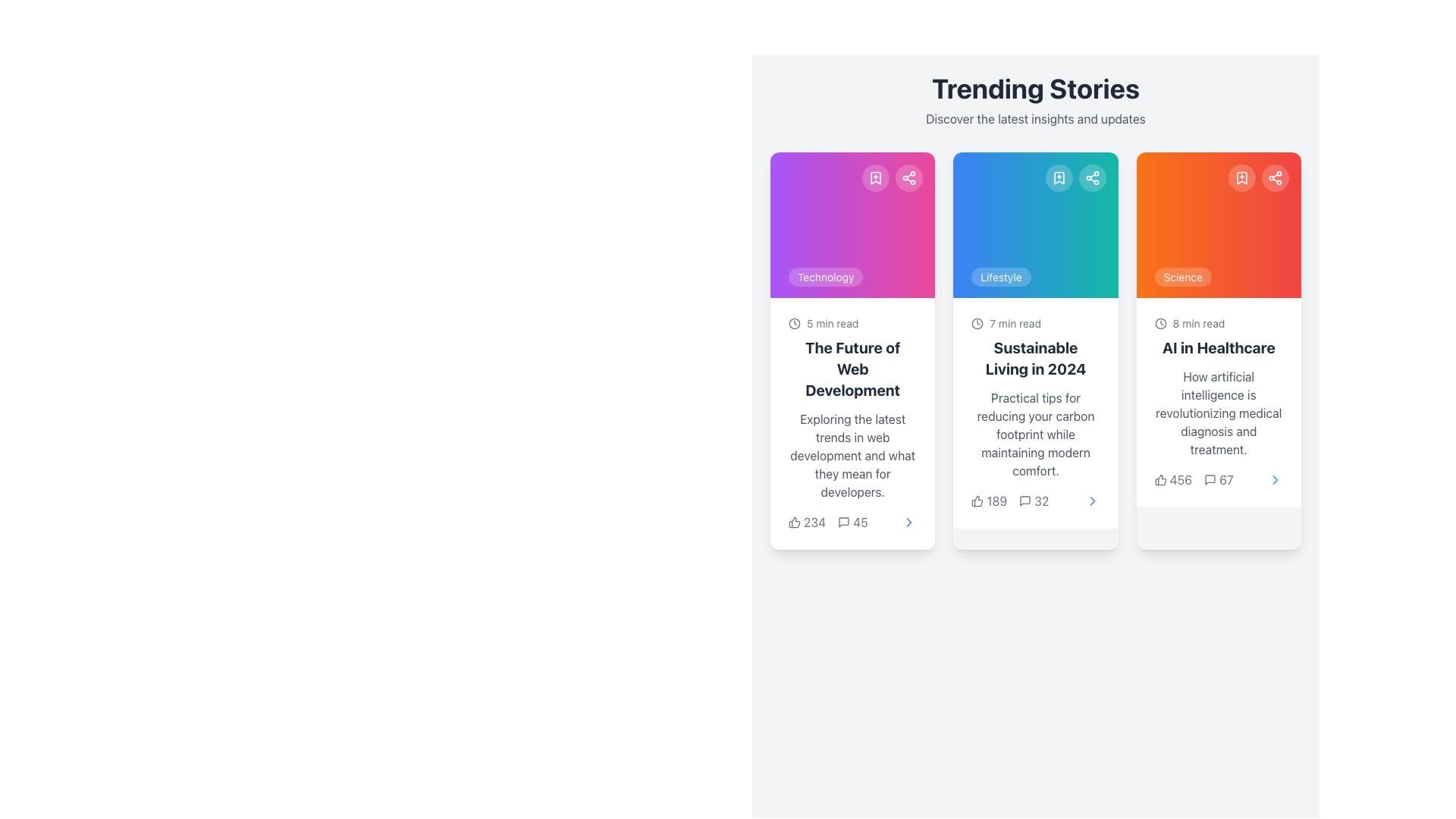 The image size is (1456, 819). Describe the element at coordinates (843, 522) in the screenshot. I see `the comment icon located at the bottom section of the card component, which is to the left of the numeric label '45'` at that location.